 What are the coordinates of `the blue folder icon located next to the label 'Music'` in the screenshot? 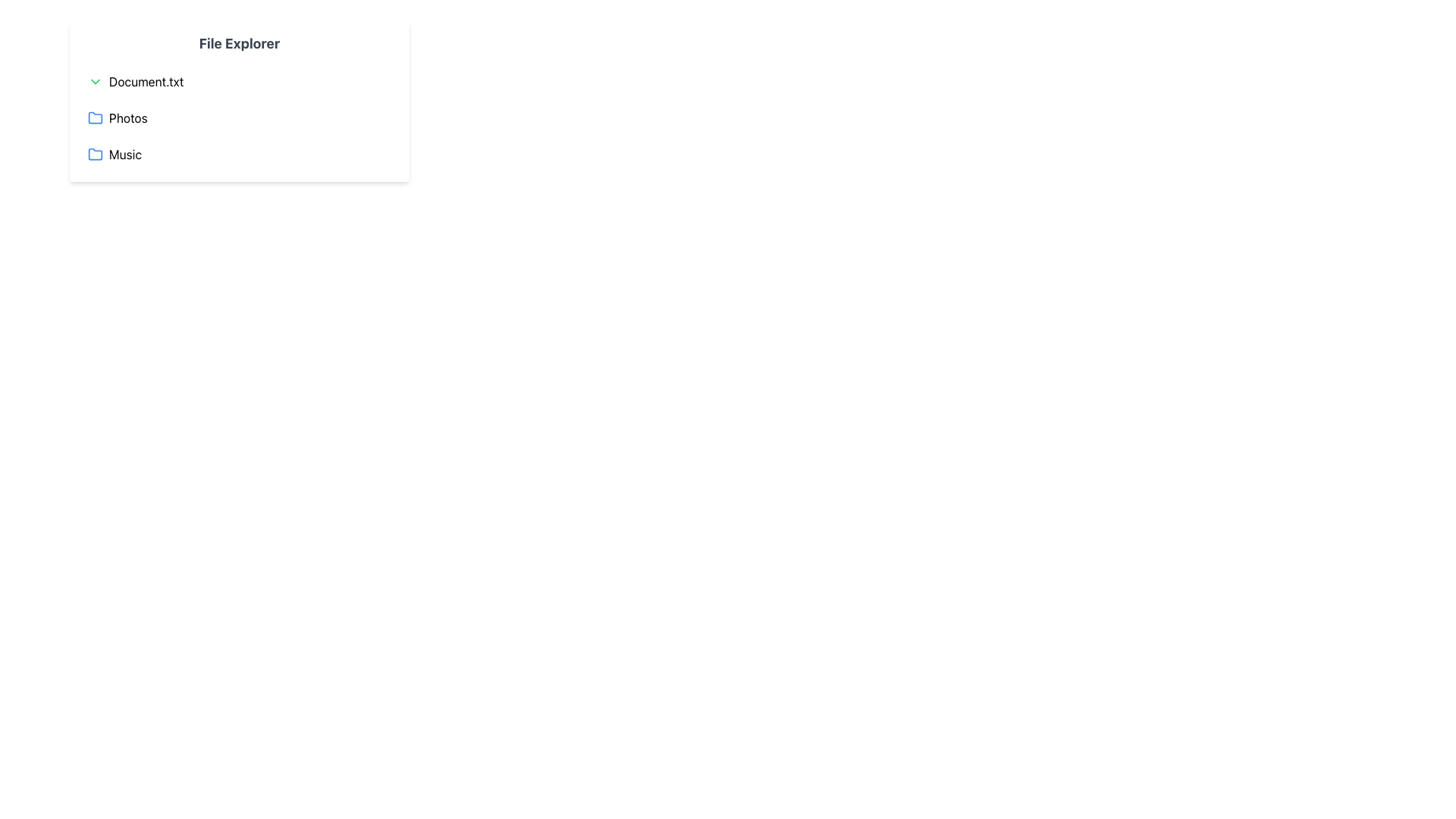 It's located at (94, 155).